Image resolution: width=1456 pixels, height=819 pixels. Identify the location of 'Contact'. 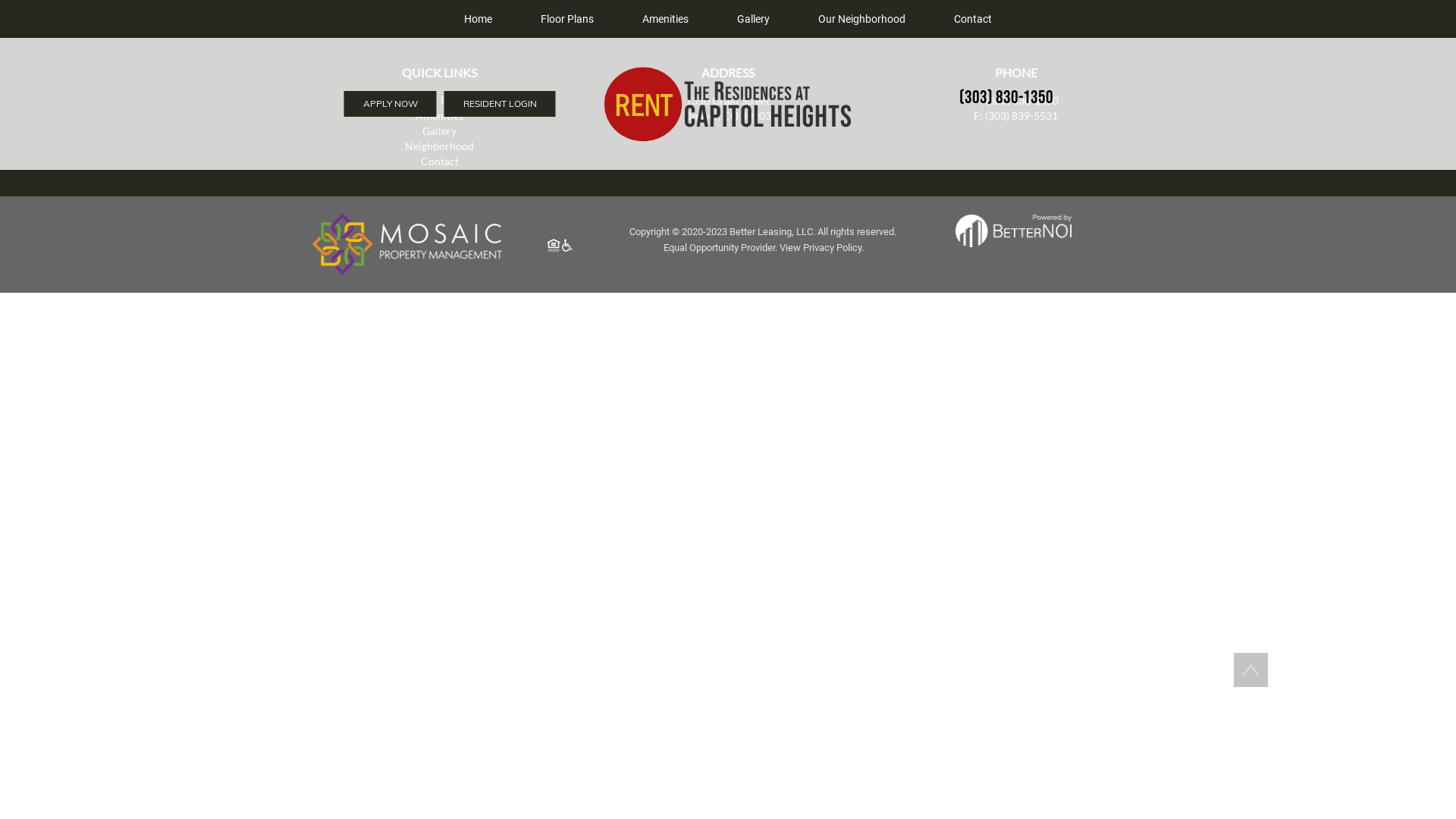
(439, 161).